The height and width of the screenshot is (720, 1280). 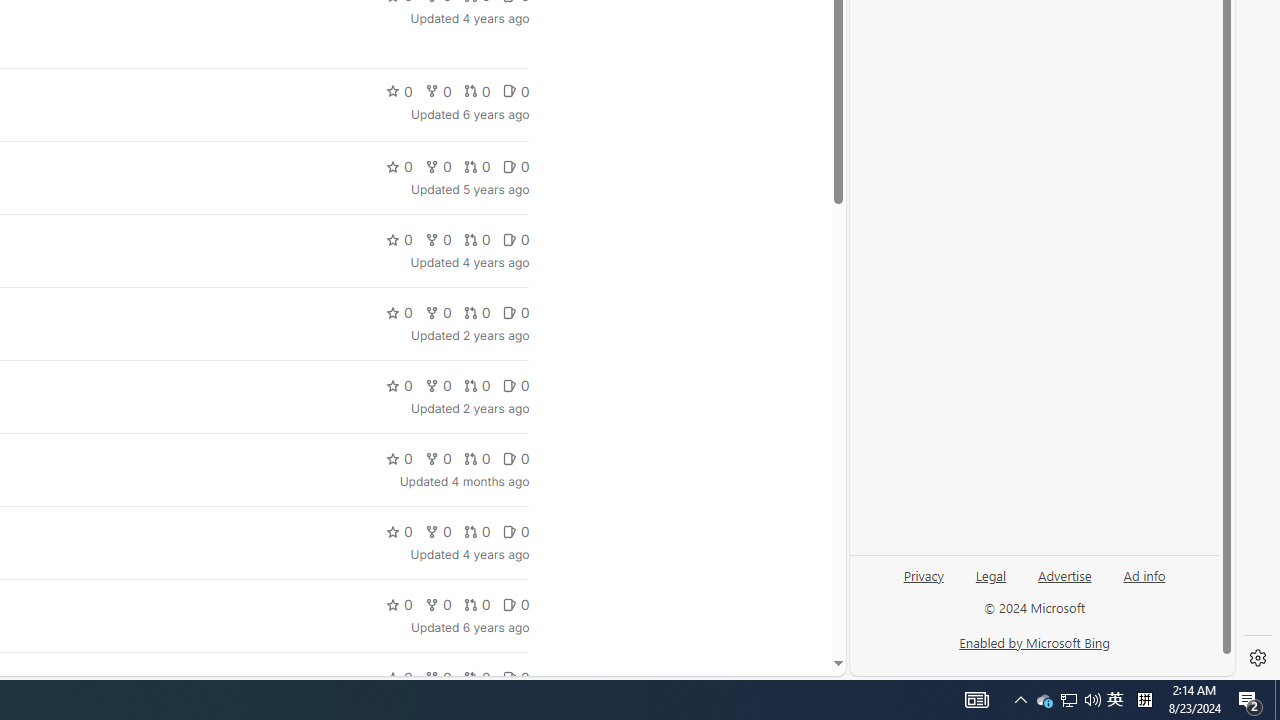 I want to click on 'Class: s14 gl-mr-2', so click(x=509, y=676).